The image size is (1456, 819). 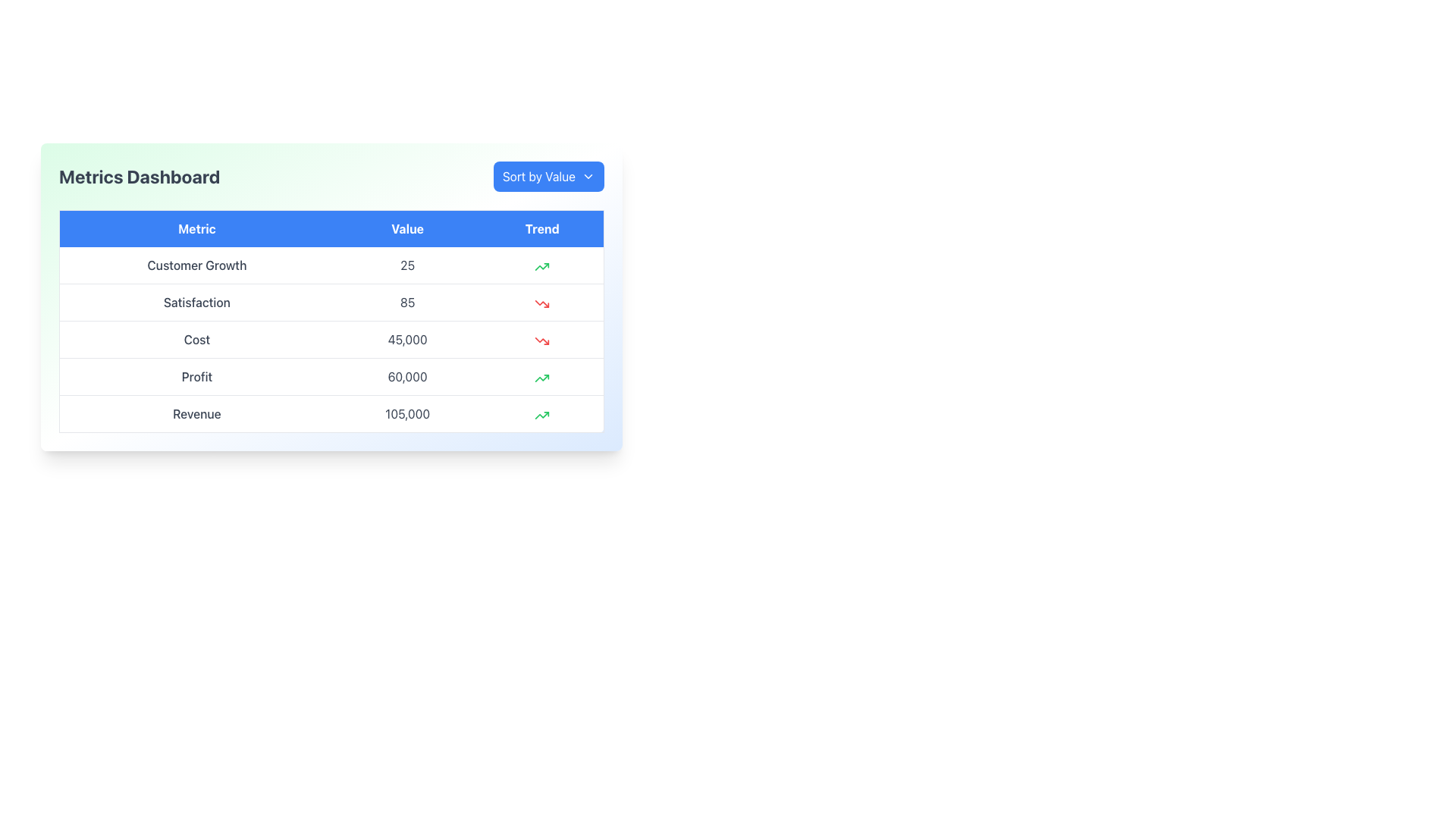 What do you see at coordinates (542, 265) in the screenshot?
I see `the graphical icon representing a positive trend in the 'Customer Growth' metric, located in the third column of the 'Trend' row in the table` at bounding box center [542, 265].